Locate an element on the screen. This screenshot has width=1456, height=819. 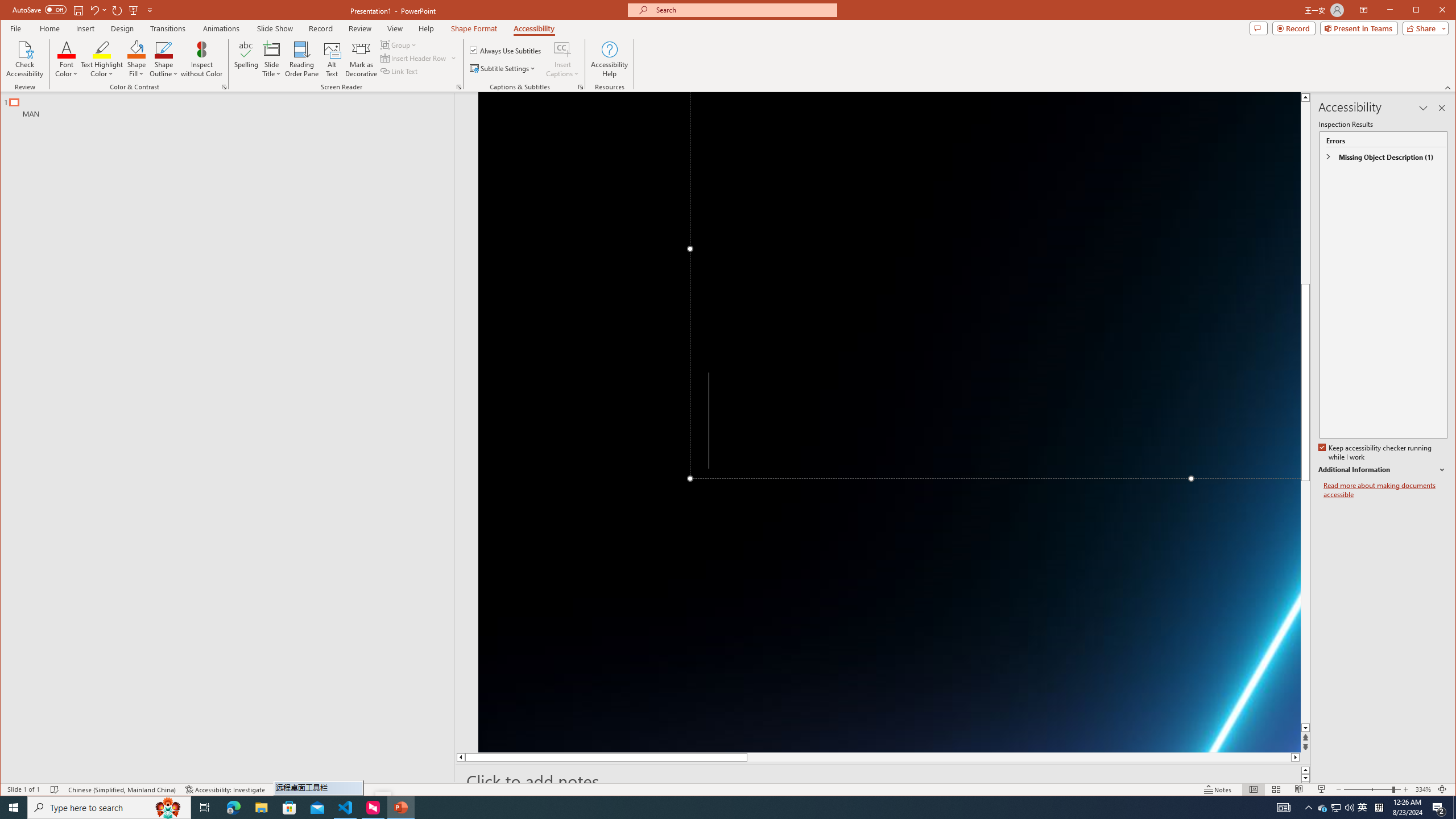
'Spelling...' is located at coordinates (246, 59).